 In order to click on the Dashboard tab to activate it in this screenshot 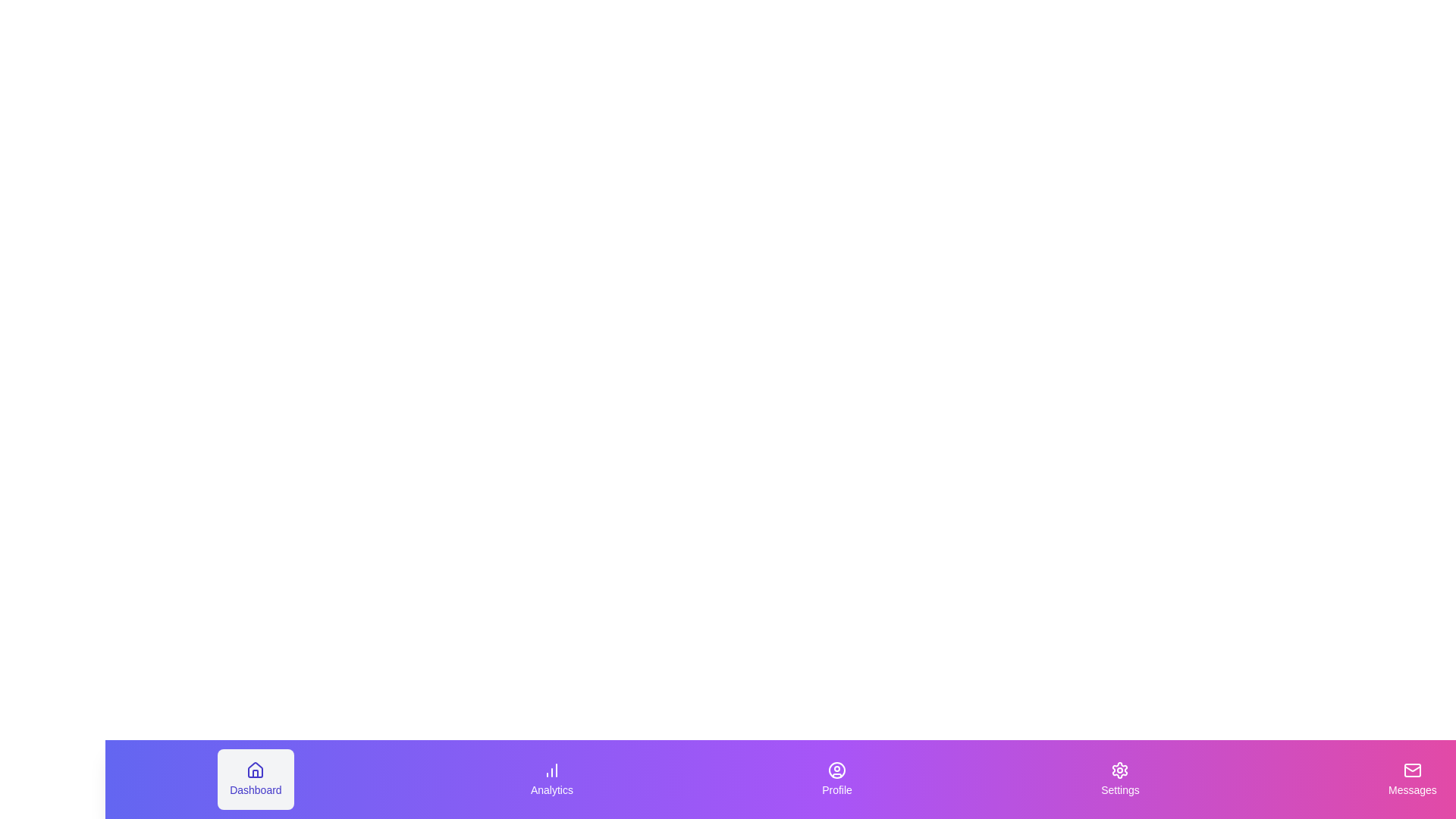, I will do `click(256, 780)`.